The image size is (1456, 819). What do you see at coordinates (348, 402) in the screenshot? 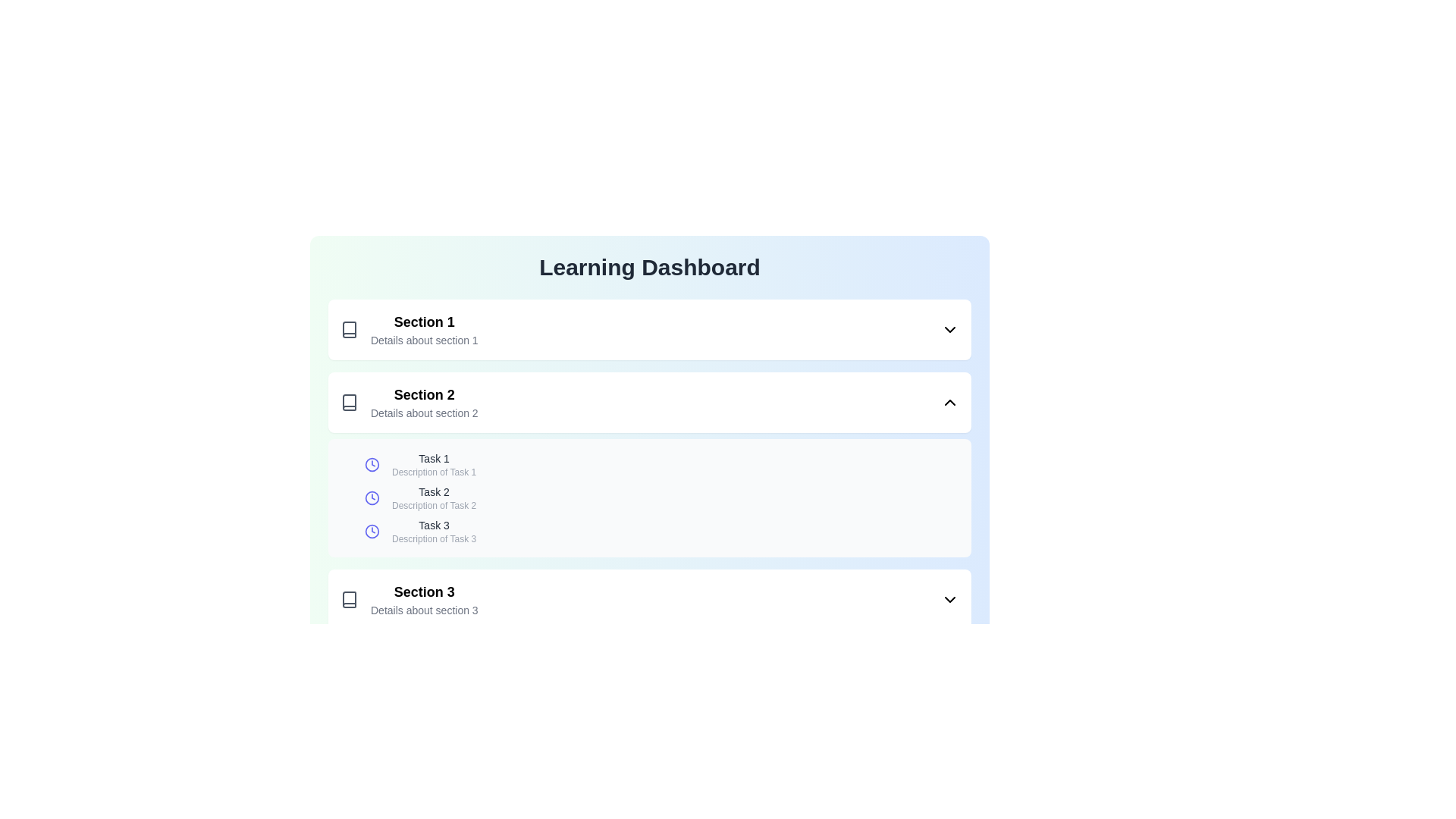
I see `the icon labeled Section 2 to provide visual feedback` at bounding box center [348, 402].